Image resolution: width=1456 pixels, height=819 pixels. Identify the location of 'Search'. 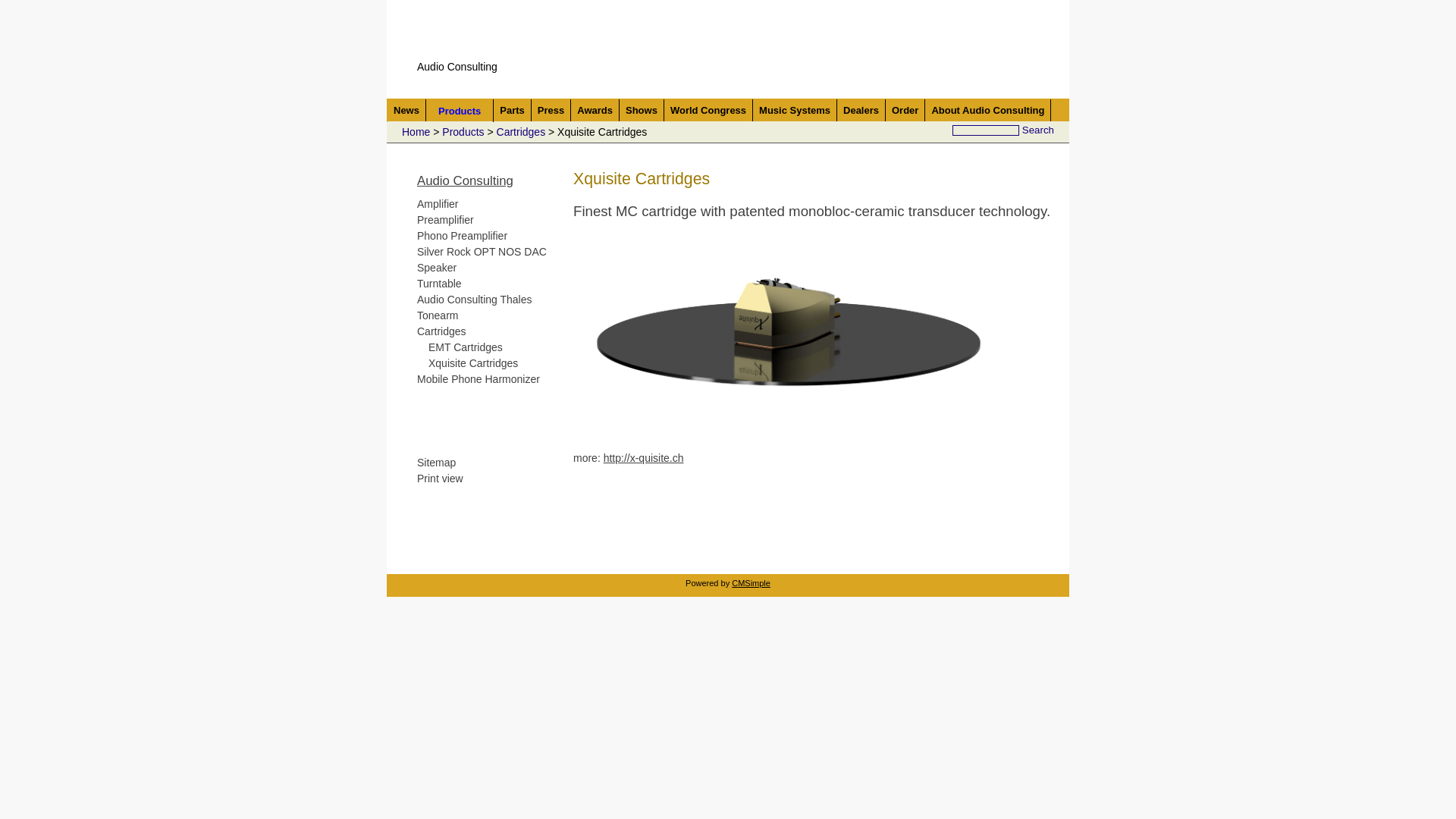
(1037, 129).